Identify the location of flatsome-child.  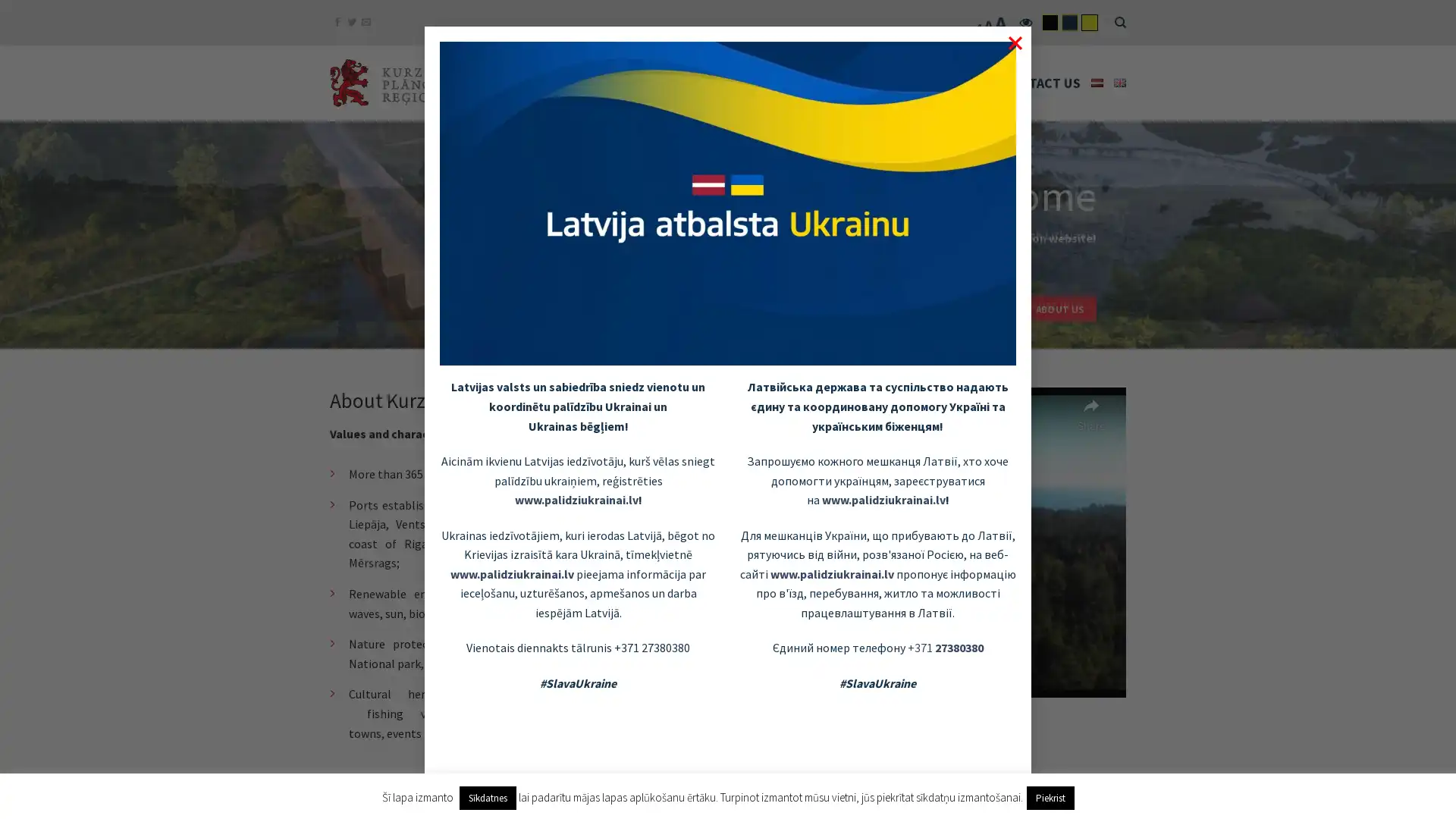
(1069, 22).